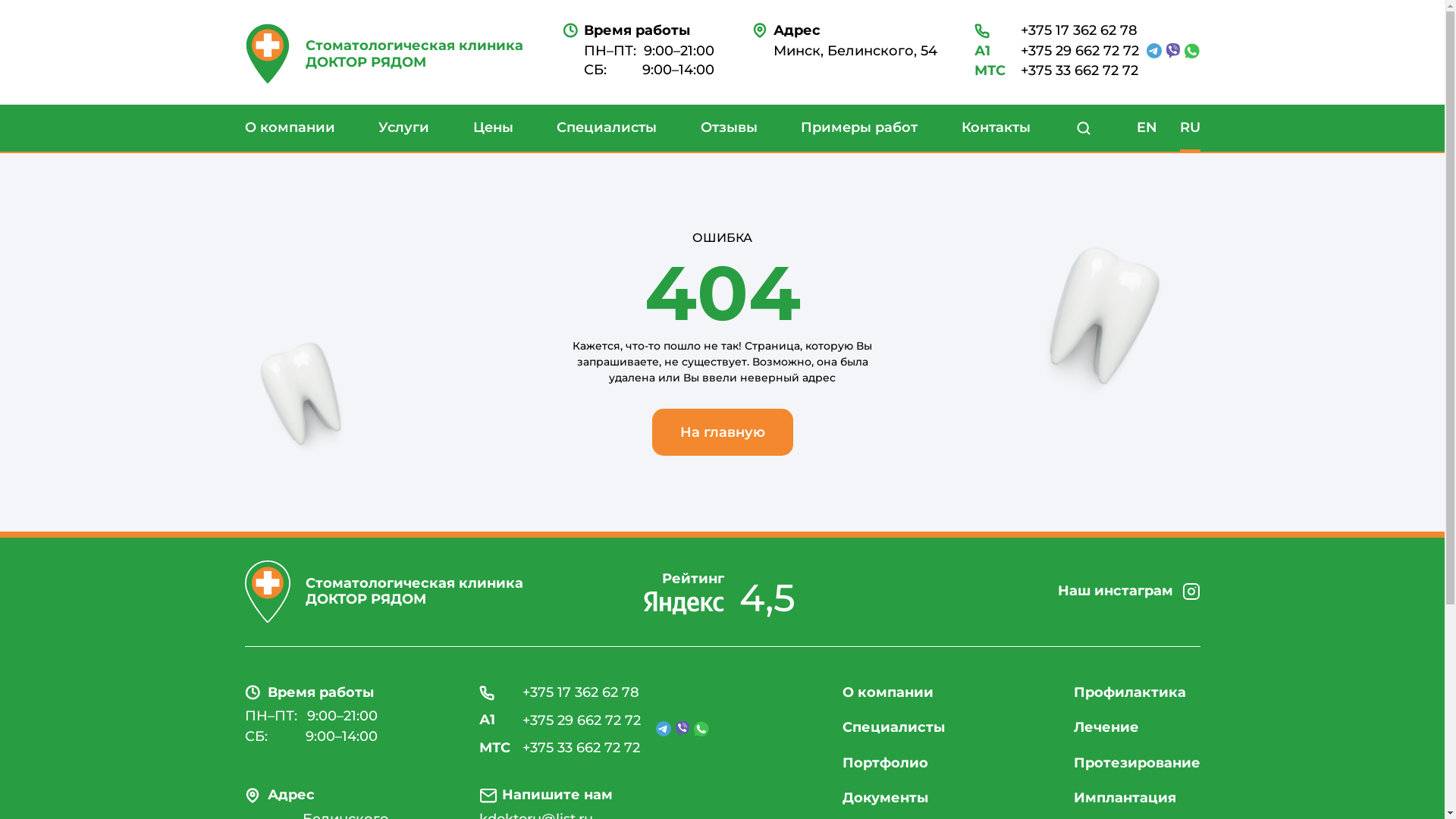 The height and width of the screenshot is (819, 1456). What do you see at coordinates (1055, 31) in the screenshot?
I see `'+375 17 362 62 78'` at bounding box center [1055, 31].